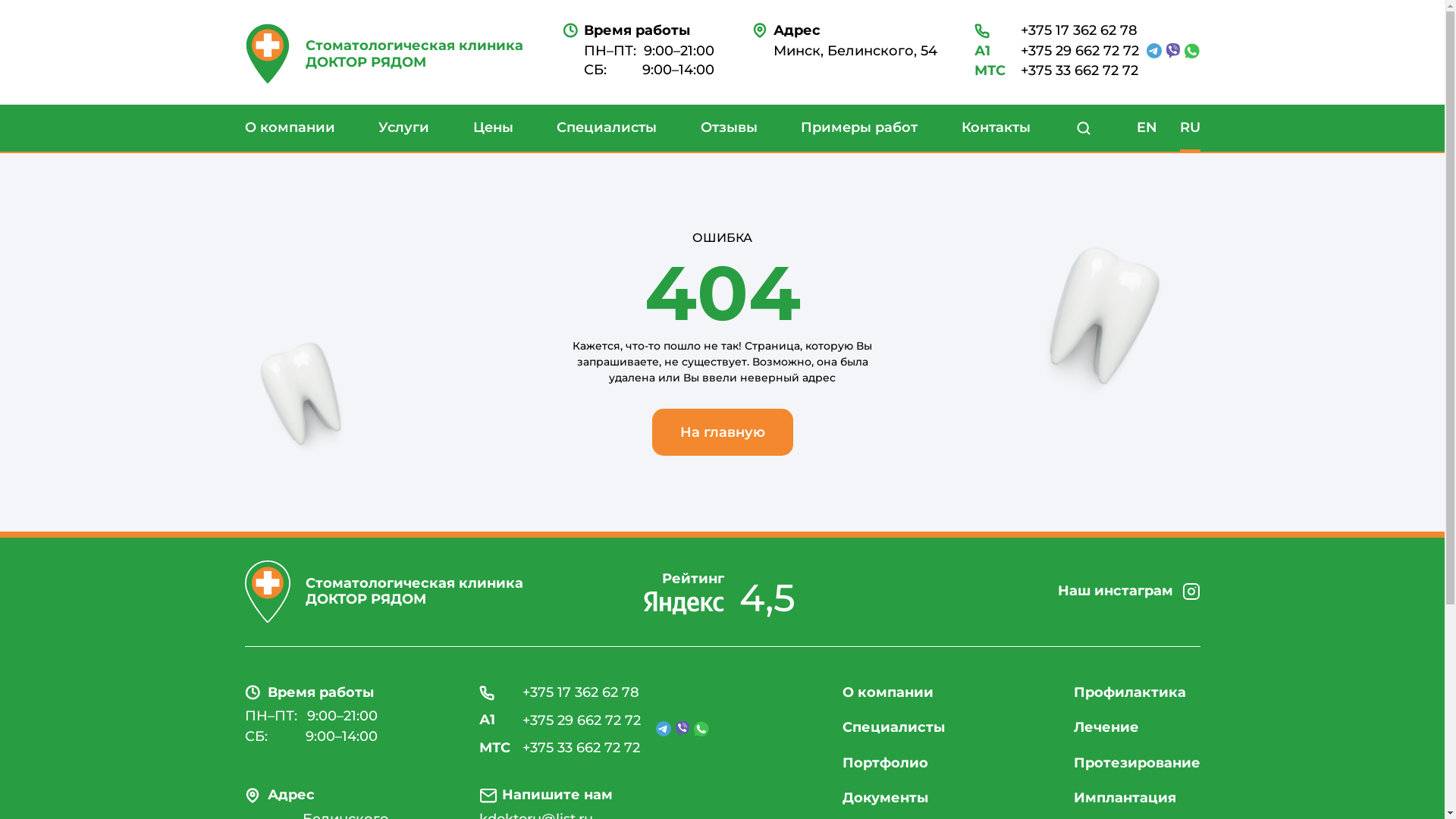 The height and width of the screenshot is (819, 1456). What do you see at coordinates (1055, 31) in the screenshot?
I see `'+375 17 362 62 78'` at bounding box center [1055, 31].